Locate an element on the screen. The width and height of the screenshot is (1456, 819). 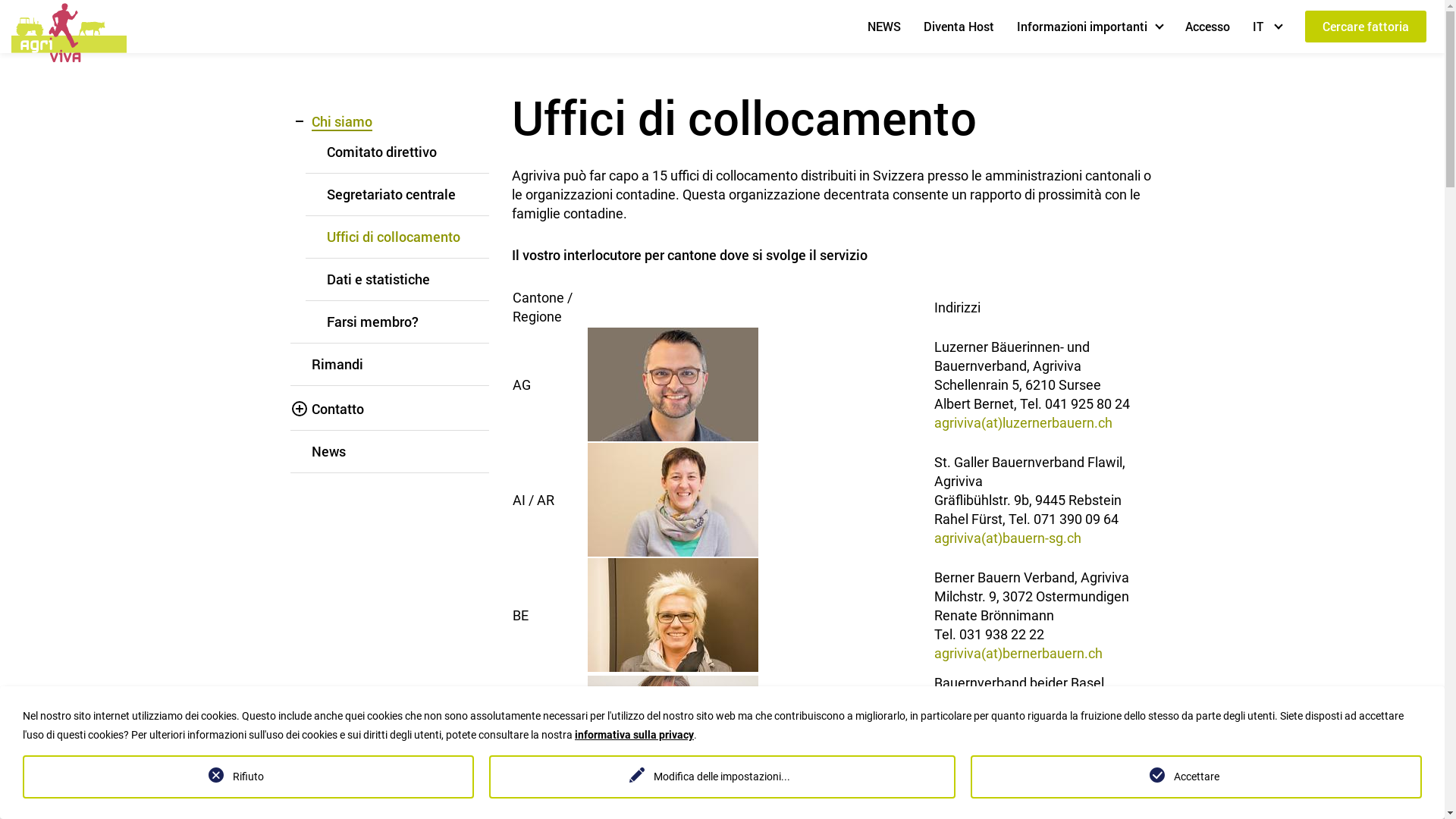
'agriviva(at)luzernerbauern.ch' is located at coordinates (1023, 422).